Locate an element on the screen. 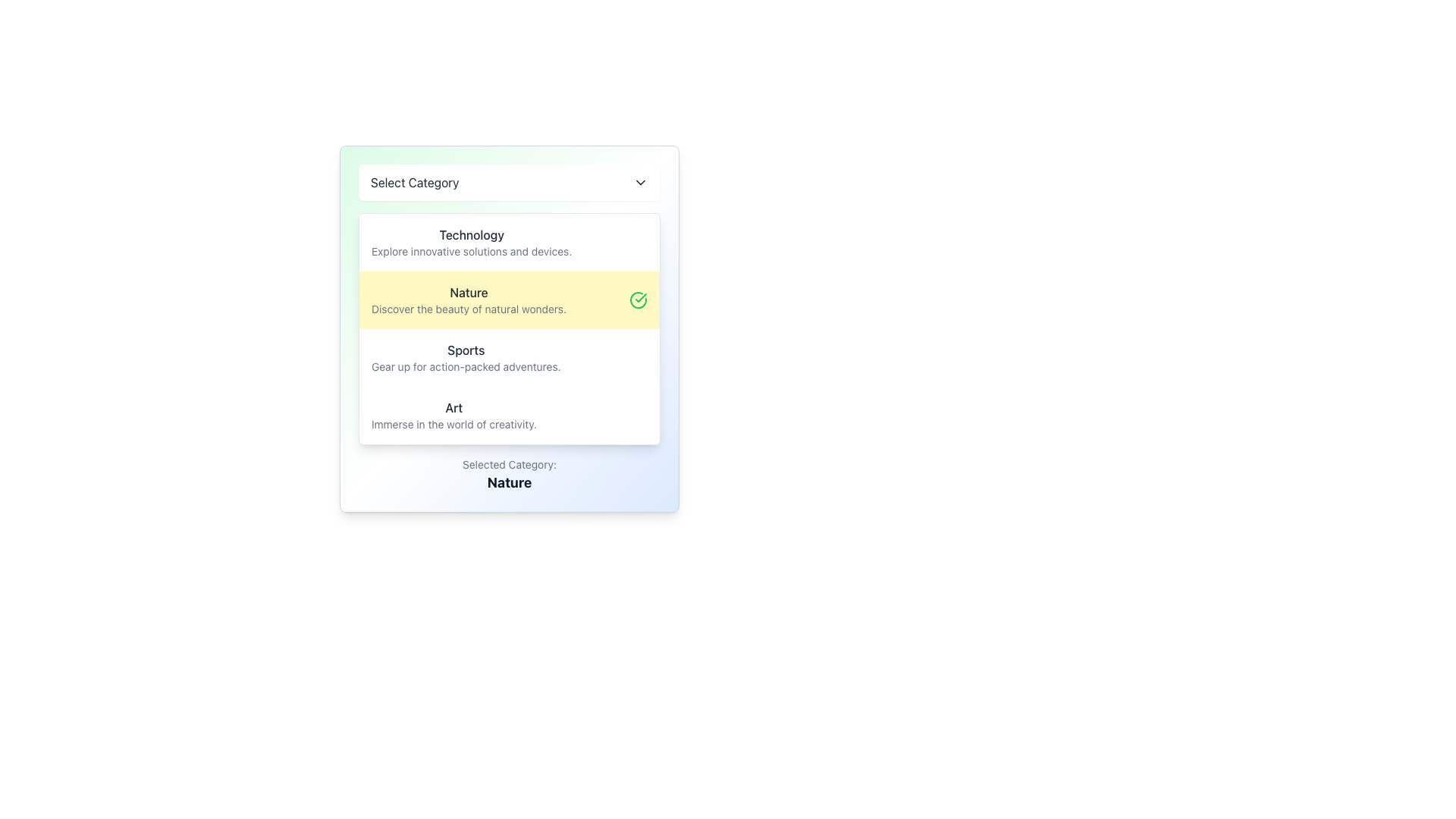 The height and width of the screenshot is (819, 1456). the 'Art' textual list item which has a bold title and a lighter subtitle, located at the bottom of the dropdown menu under 'Sports' is located at coordinates (453, 415).